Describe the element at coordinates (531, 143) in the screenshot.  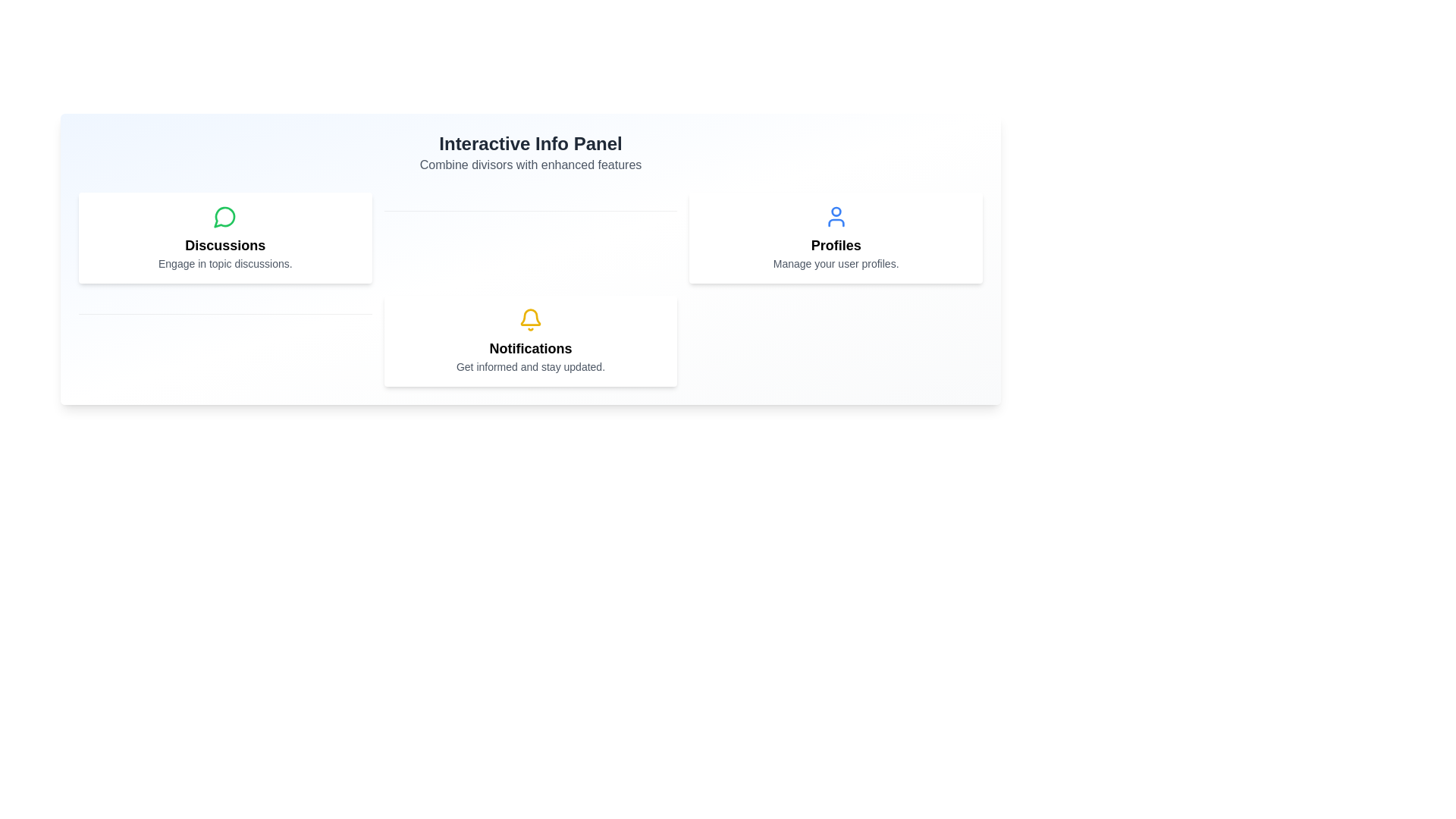
I see `text label that serves as a title or heading for the section, positioned above the subtitle 'Combine divisors with enhanced features'` at that location.